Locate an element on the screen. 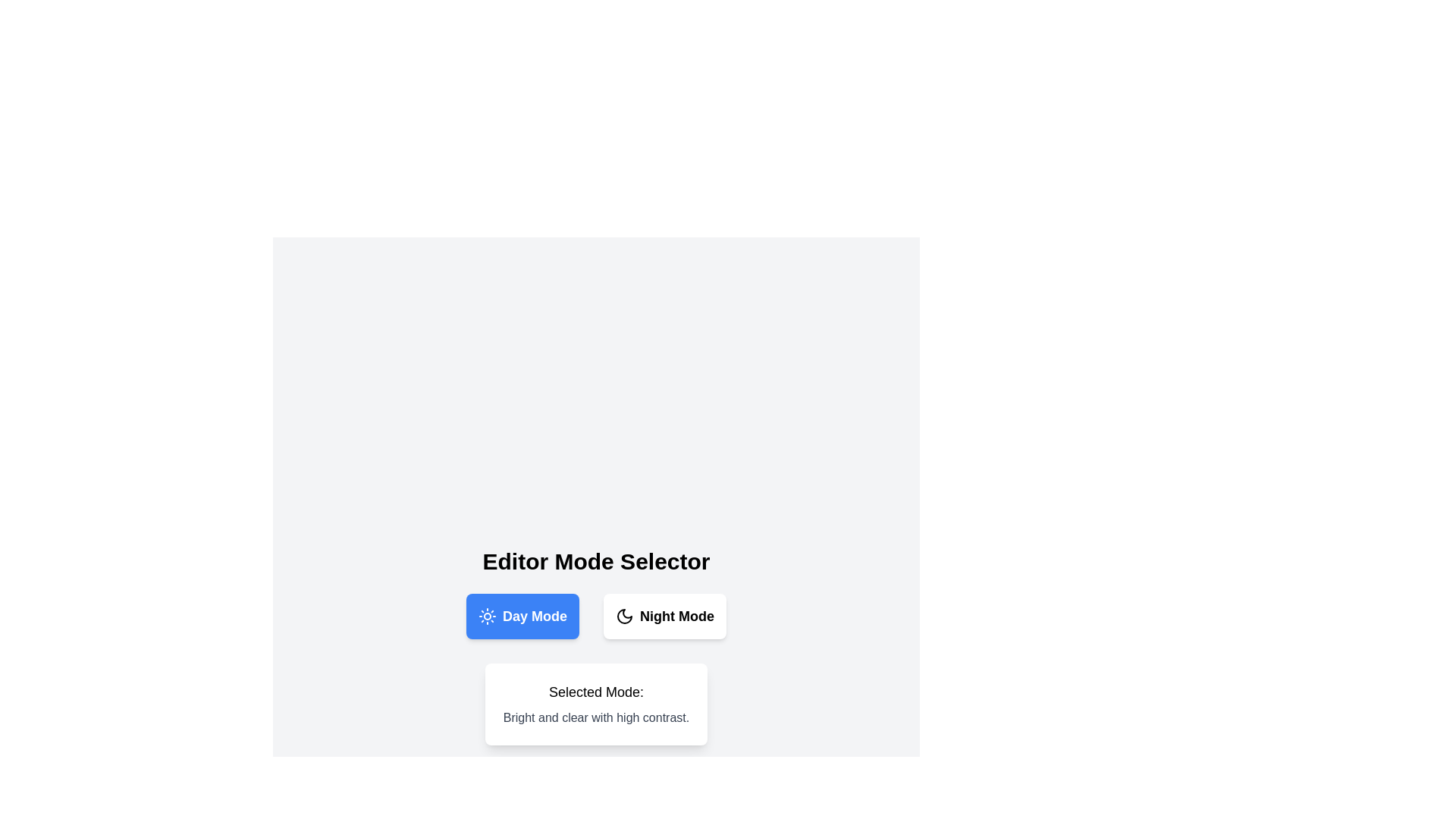 The image size is (1456, 819). the 'Night Mode' button to switch to Night Mode is located at coordinates (665, 617).